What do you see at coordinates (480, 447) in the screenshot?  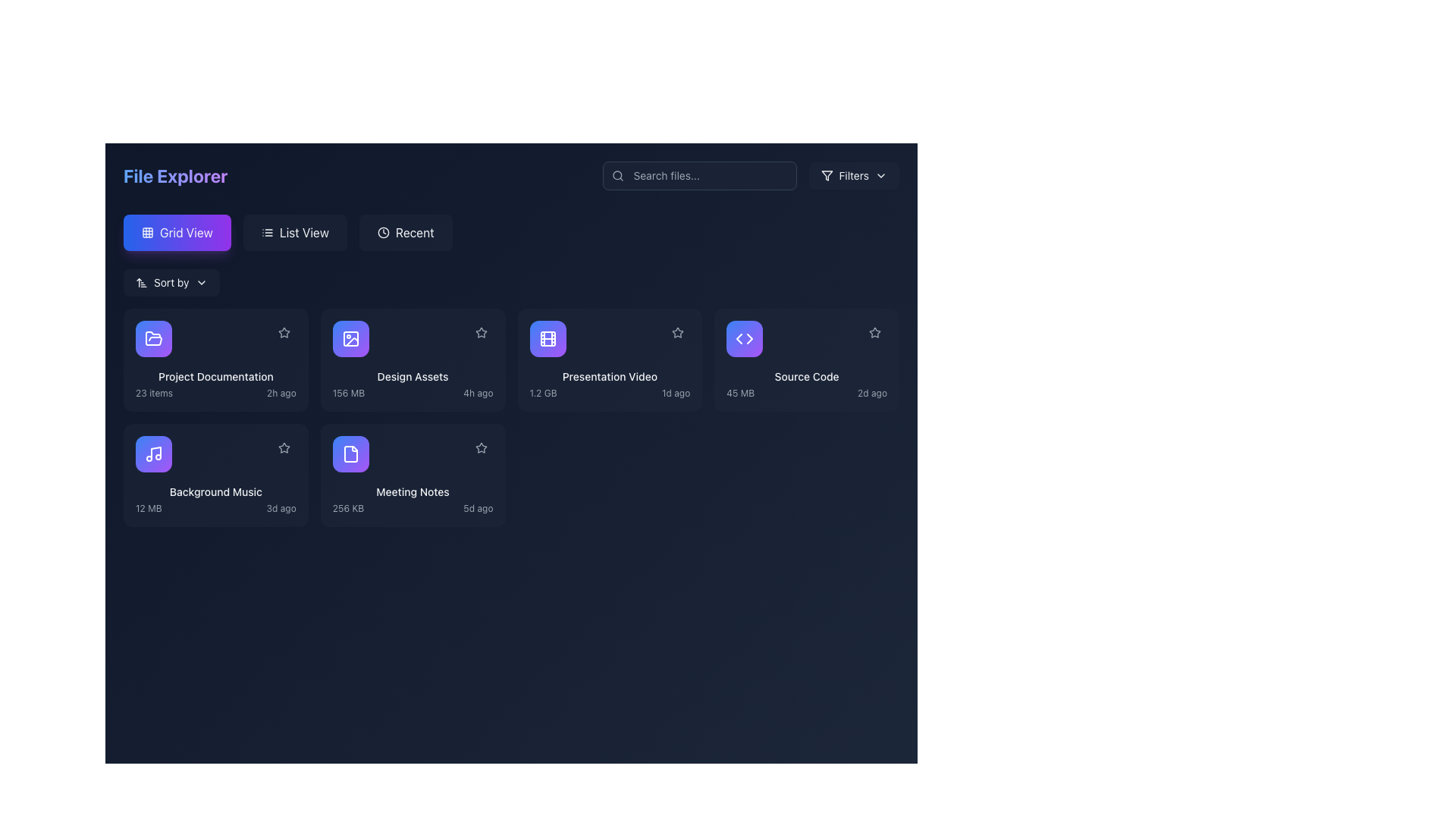 I see `the interactive star icon in the bottom-right corner of the 'Meeting Notes' card` at bounding box center [480, 447].